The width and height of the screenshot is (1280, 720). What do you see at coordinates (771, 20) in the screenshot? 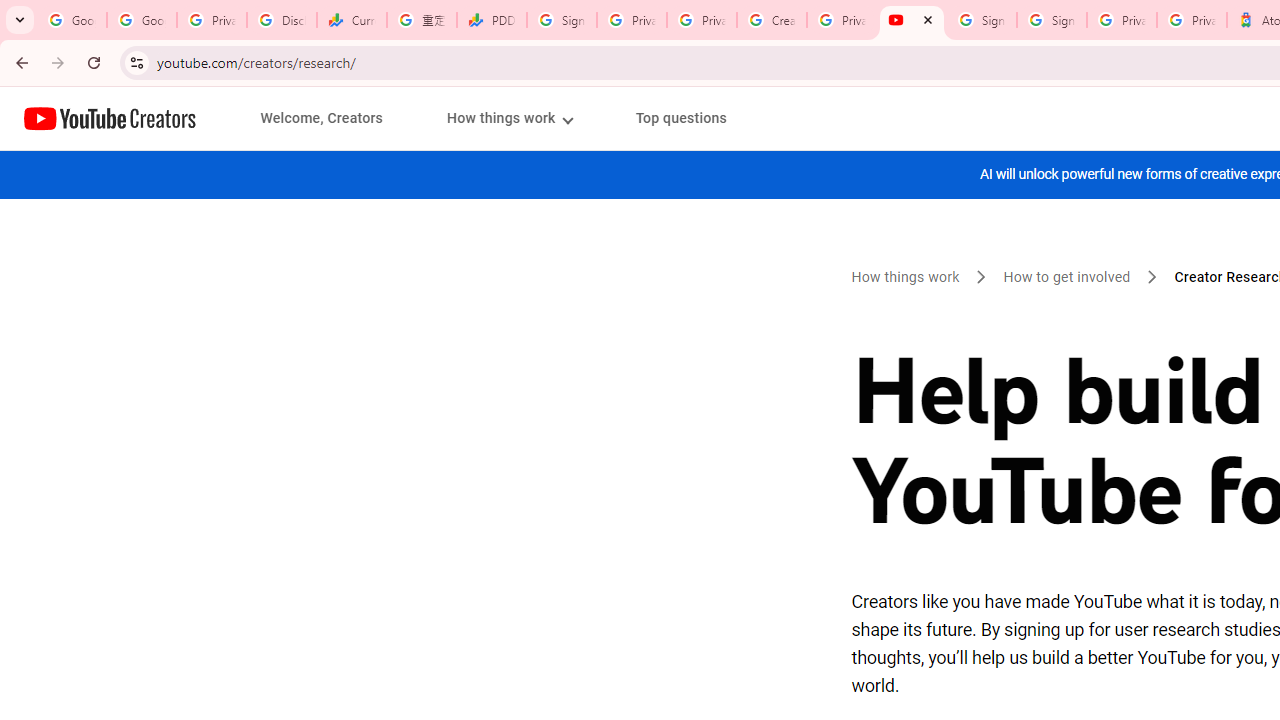
I see `'Create your Google Account'` at bounding box center [771, 20].